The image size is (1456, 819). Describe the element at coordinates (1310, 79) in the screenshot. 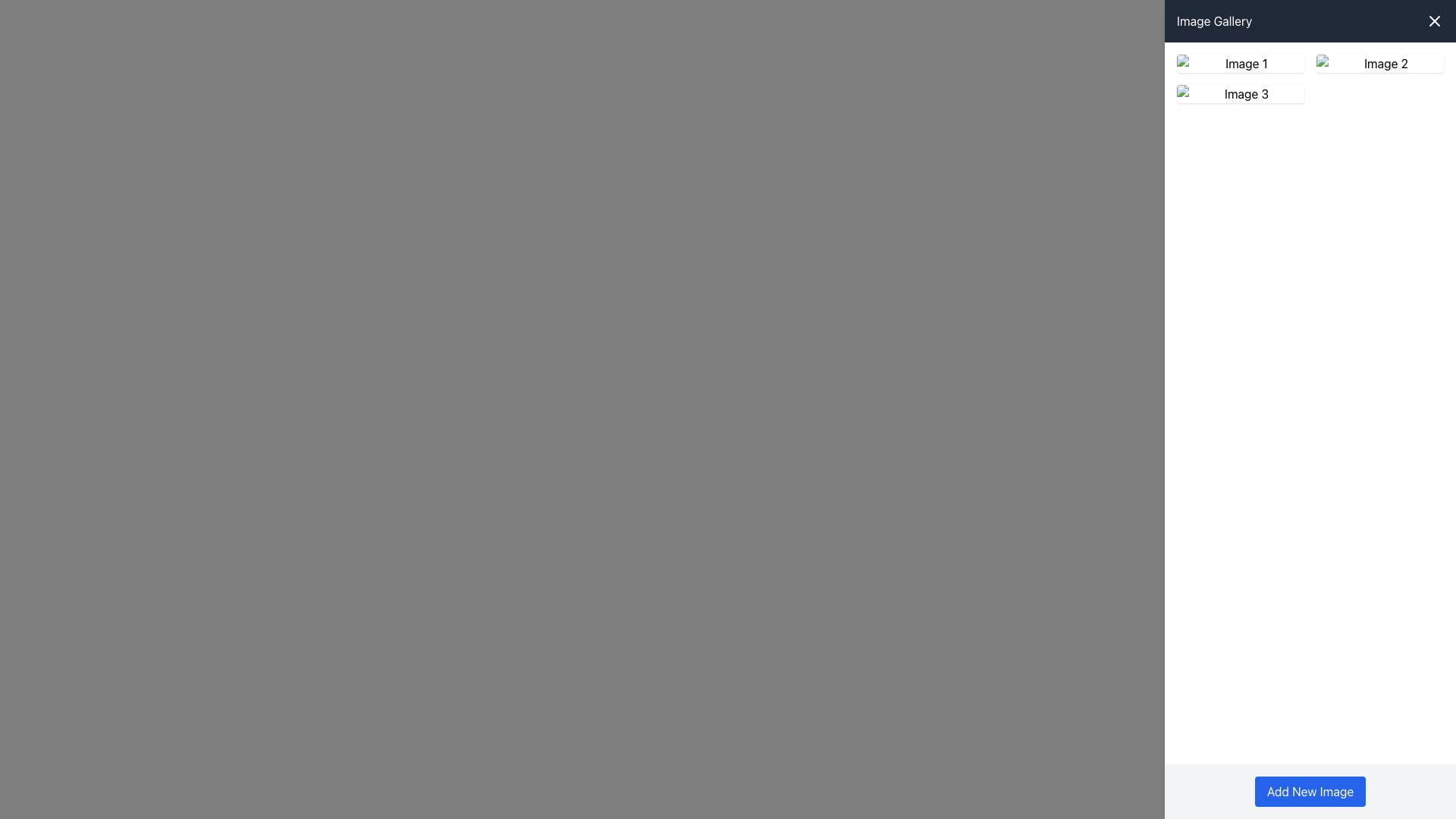

I see `an individual component within the grid layout located in the top-right section of the interface` at that location.